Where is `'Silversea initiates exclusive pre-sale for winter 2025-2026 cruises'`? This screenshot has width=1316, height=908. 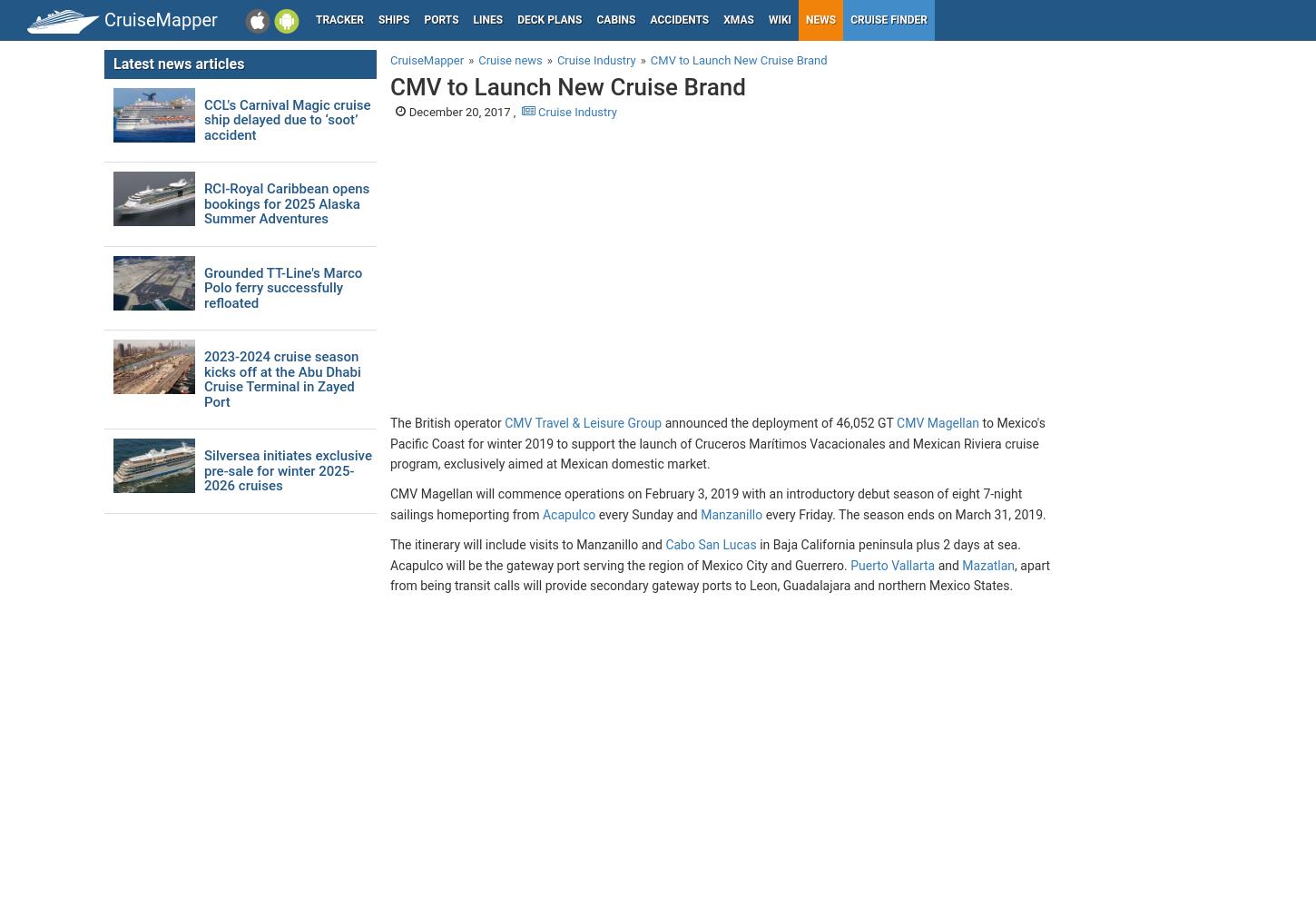
'Silversea initiates exclusive pre-sale for winter 2025-2026 cruises' is located at coordinates (288, 470).